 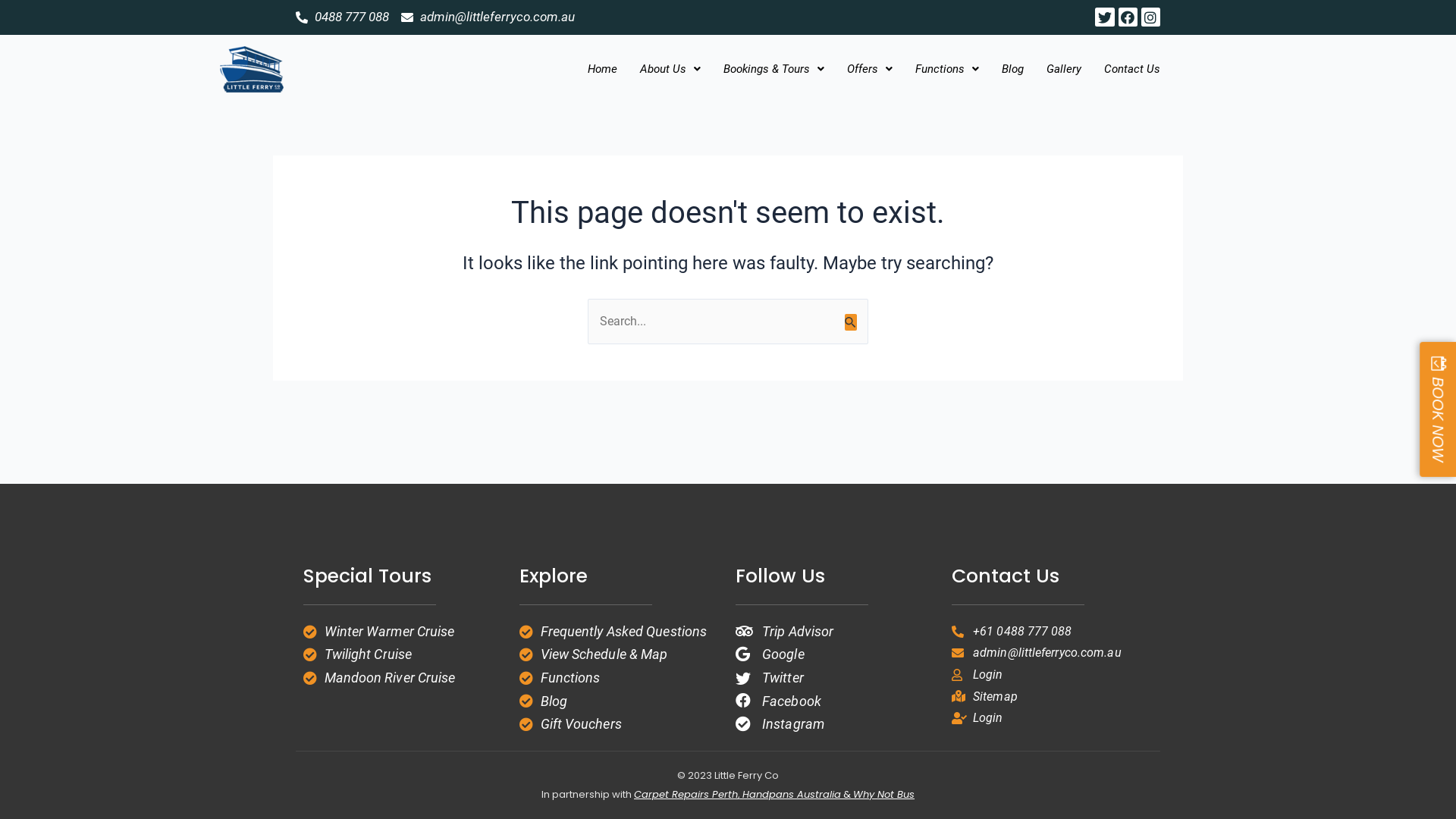 What do you see at coordinates (852, 793) in the screenshot?
I see `'Why Not Bus'` at bounding box center [852, 793].